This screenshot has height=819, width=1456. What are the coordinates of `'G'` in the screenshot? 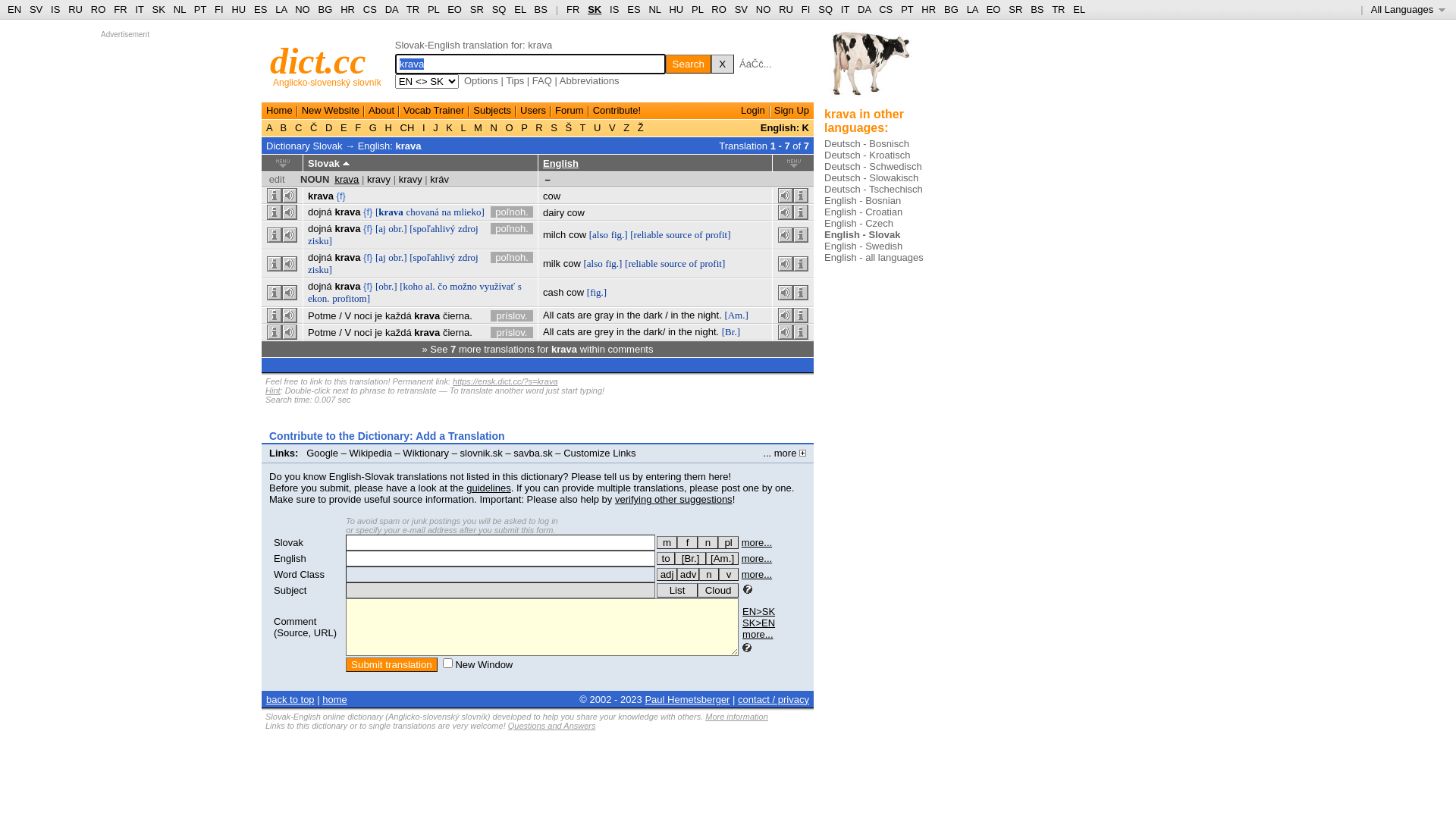 It's located at (372, 127).